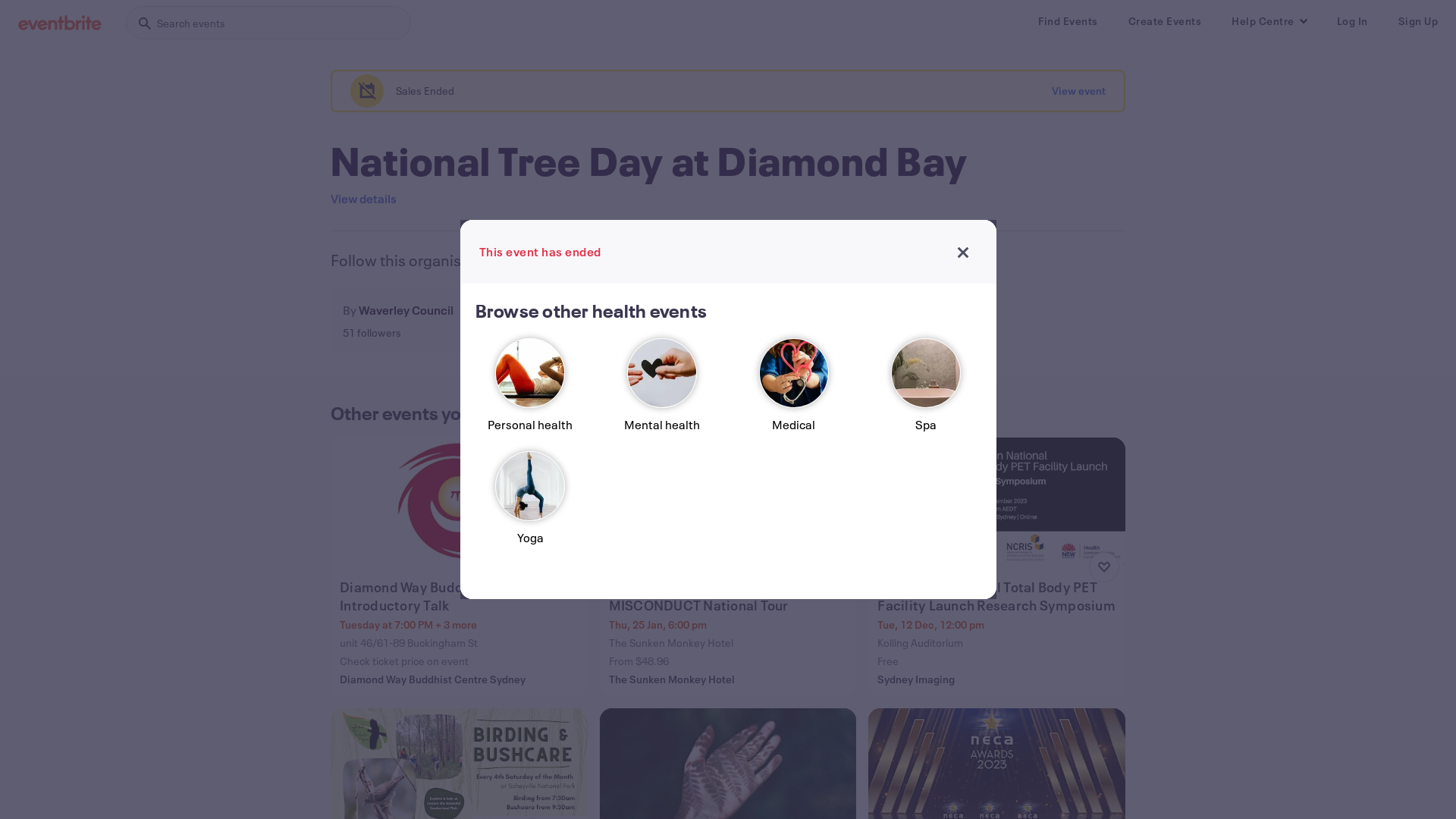  What do you see at coordinates (530, 504) in the screenshot?
I see `'Yoga'` at bounding box center [530, 504].